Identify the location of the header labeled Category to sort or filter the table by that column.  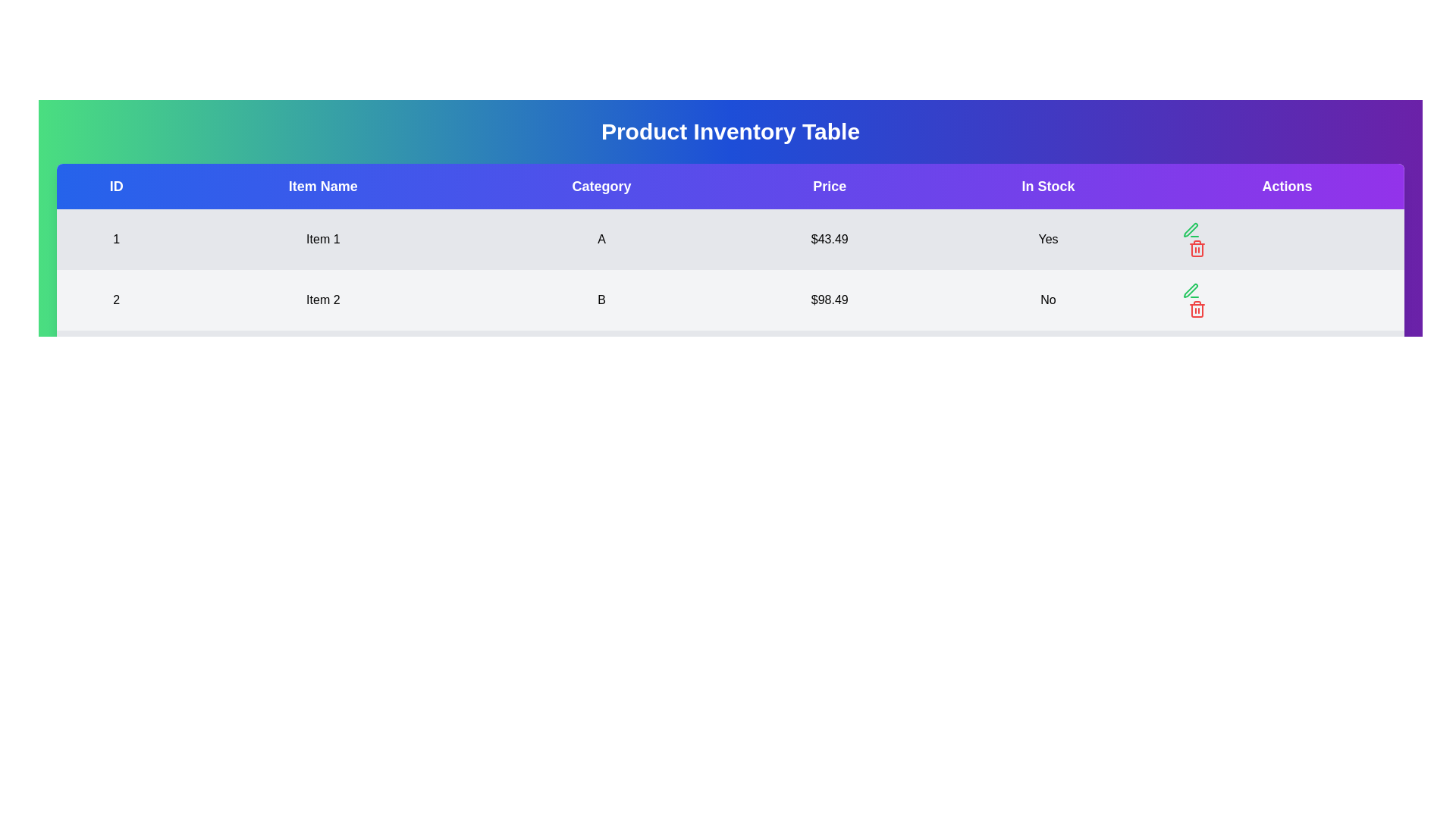
(601, 186).